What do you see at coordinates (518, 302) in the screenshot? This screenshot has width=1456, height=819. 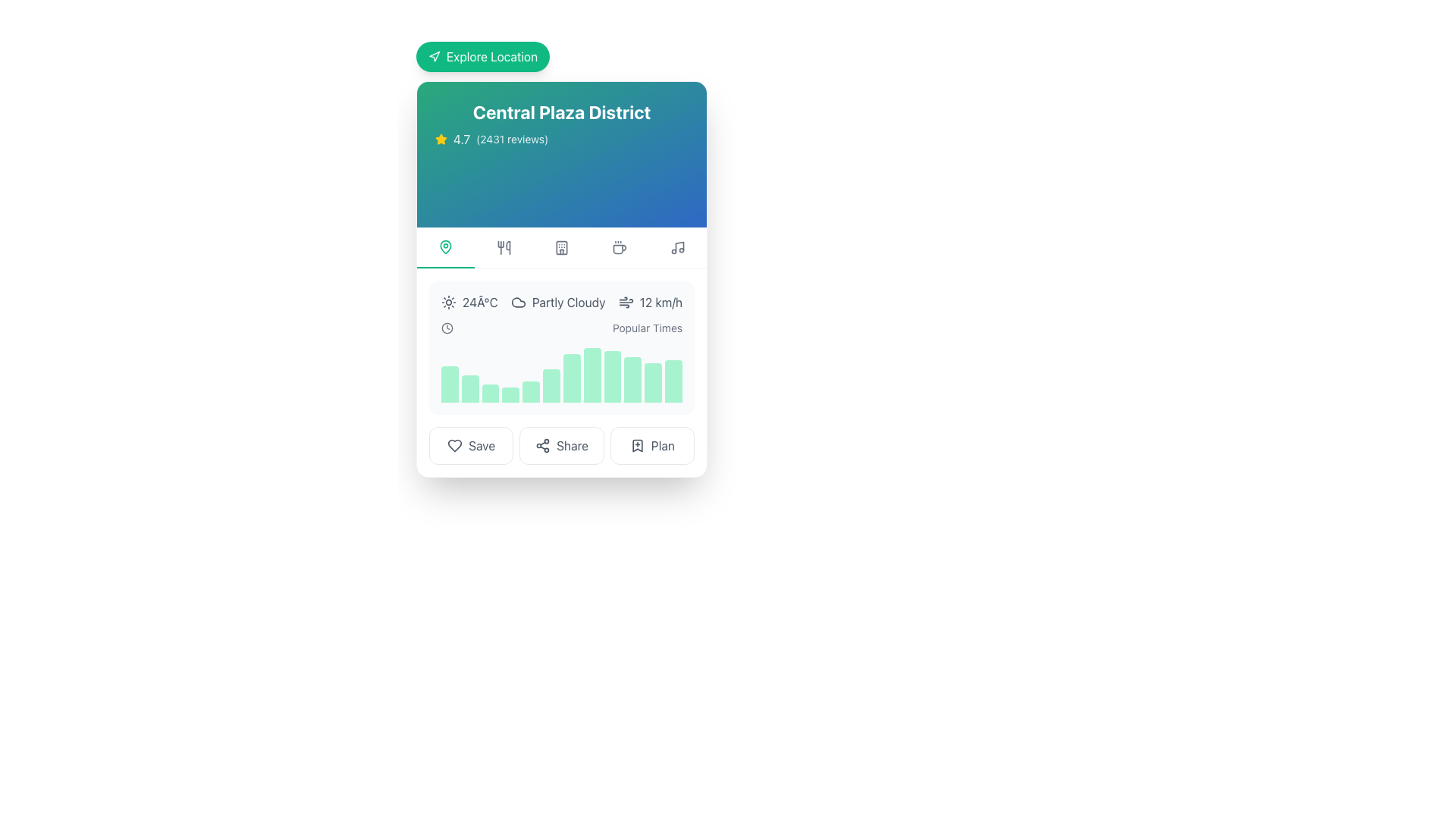 I see `the partly cloudy weather icon represented as an SVG in the middle-top part of the weather information card` at bounding box center [518, 302].